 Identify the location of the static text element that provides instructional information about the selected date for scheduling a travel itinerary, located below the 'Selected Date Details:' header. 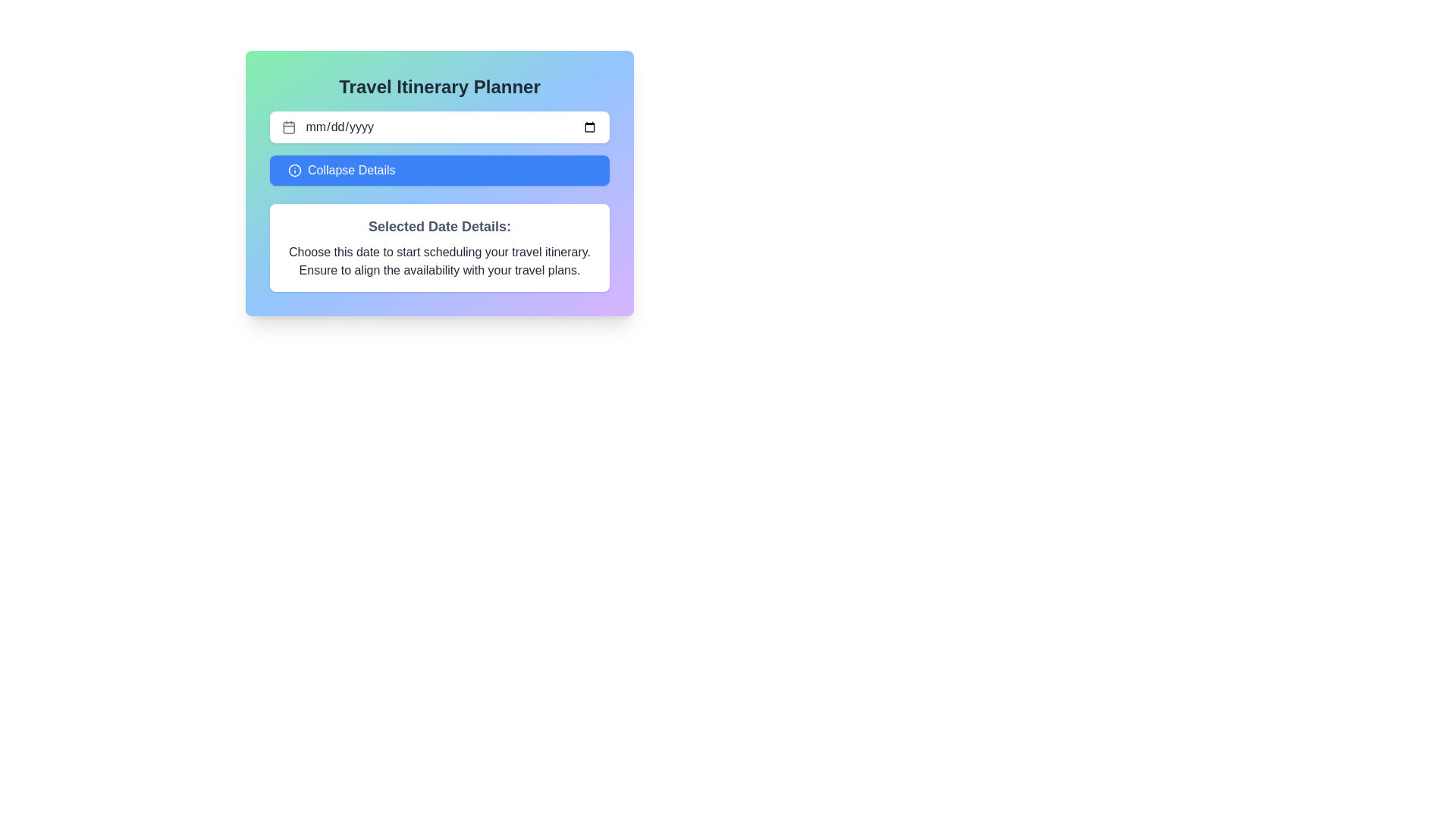
(439, 260).